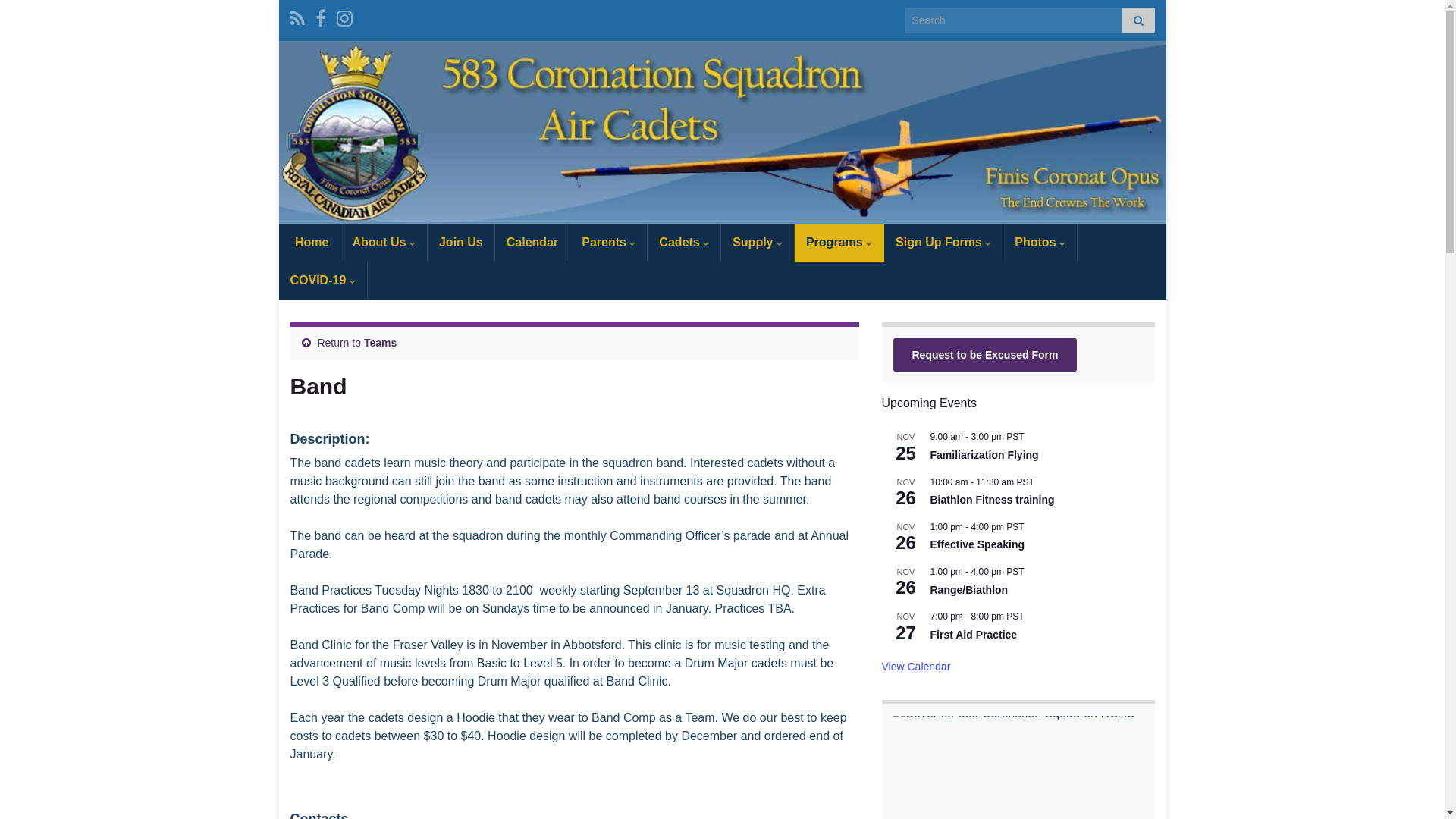 The width and height of the screenshot is (1456, 819). What do you see at coordinates (315, 16) in the screenshot?
I see `'Facebook'` at bounding box center [315, 16].